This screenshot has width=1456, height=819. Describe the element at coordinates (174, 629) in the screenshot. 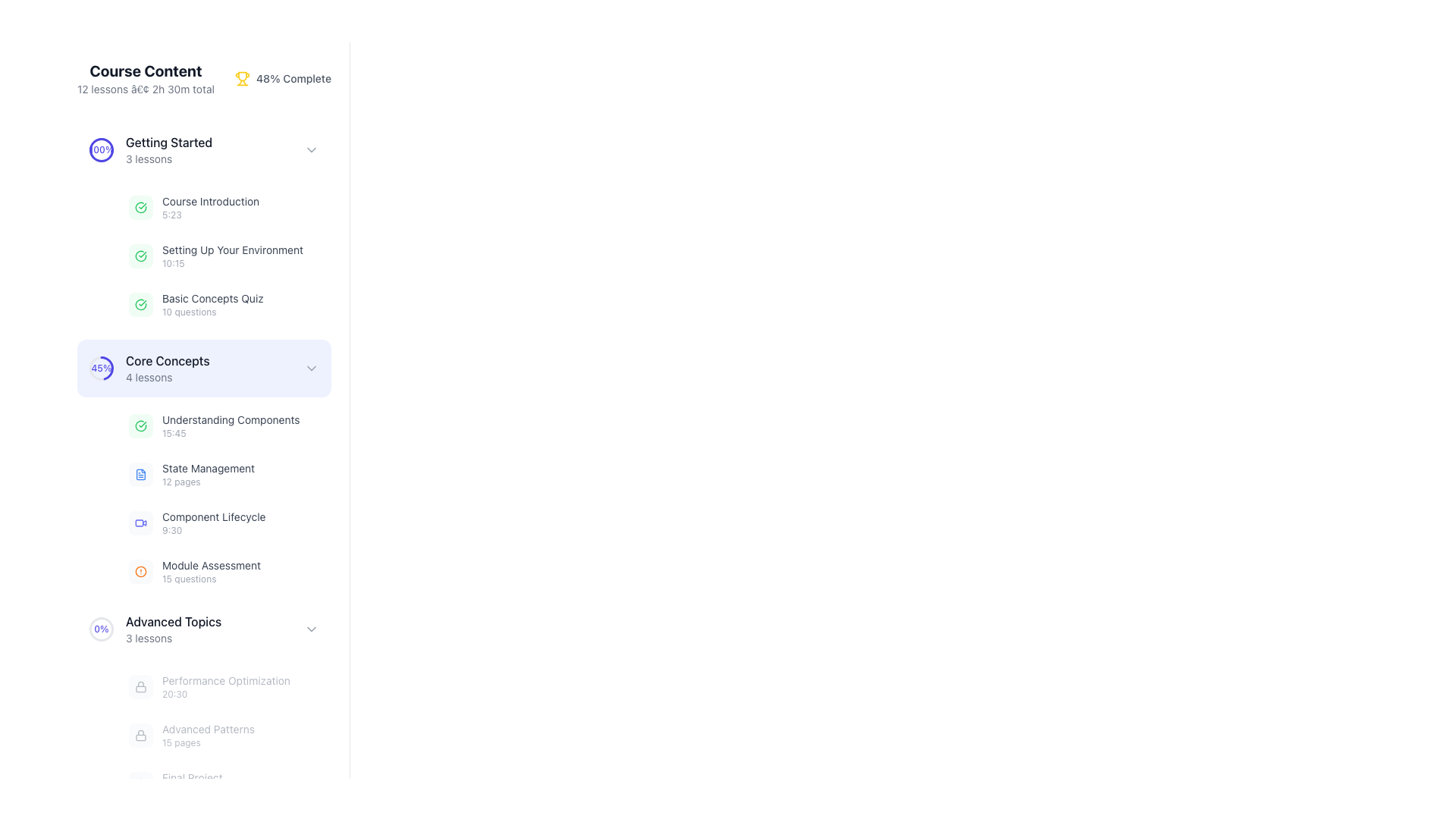

I see `the 'Advanced Topics' section header title` at that location.